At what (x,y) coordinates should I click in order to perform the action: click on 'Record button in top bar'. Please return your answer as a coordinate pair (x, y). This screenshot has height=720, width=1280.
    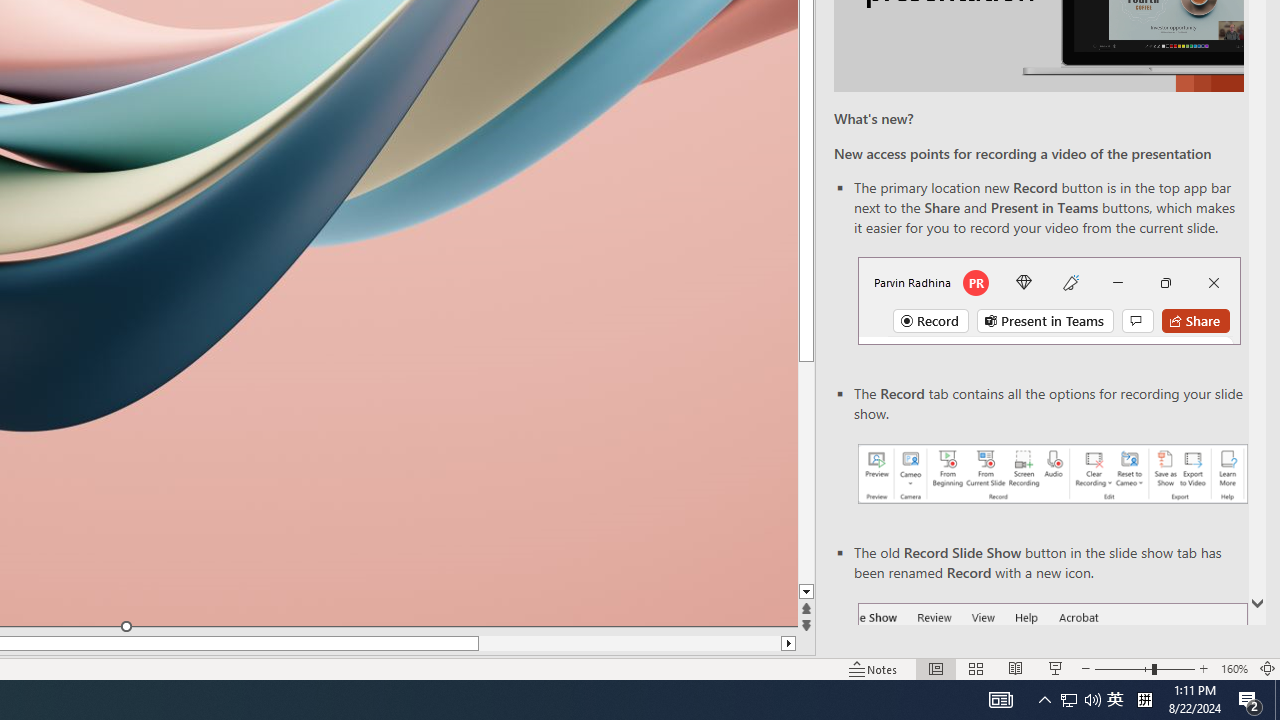
    Looking at the image, I should click on (1048, 300).